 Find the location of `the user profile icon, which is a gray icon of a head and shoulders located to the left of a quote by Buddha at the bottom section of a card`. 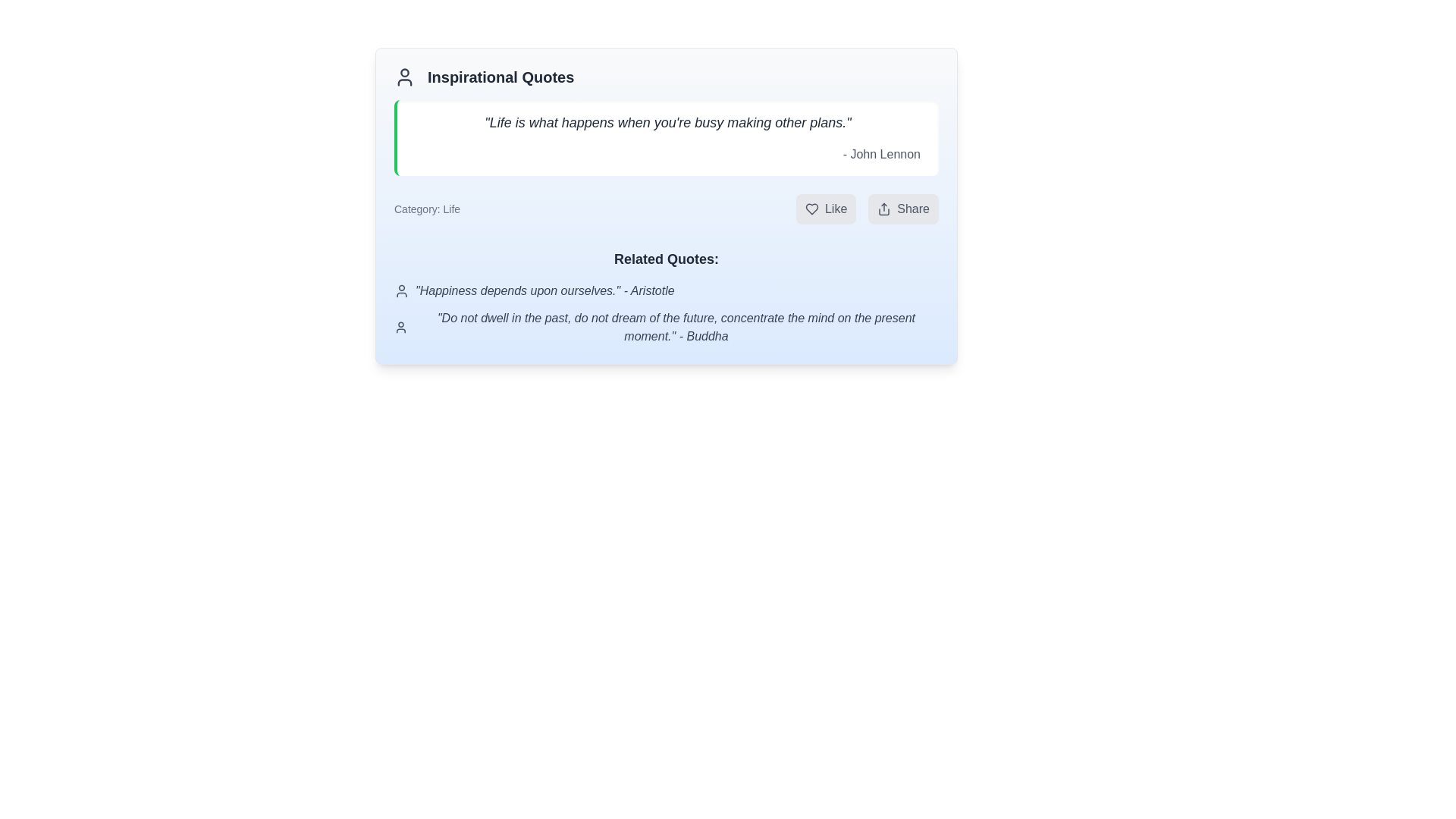

the user profile icon, which is a gray icon of a head and shoulders located to the left of a quote by Buddha at the bottom section of a card is located at coordinates (400, 327).